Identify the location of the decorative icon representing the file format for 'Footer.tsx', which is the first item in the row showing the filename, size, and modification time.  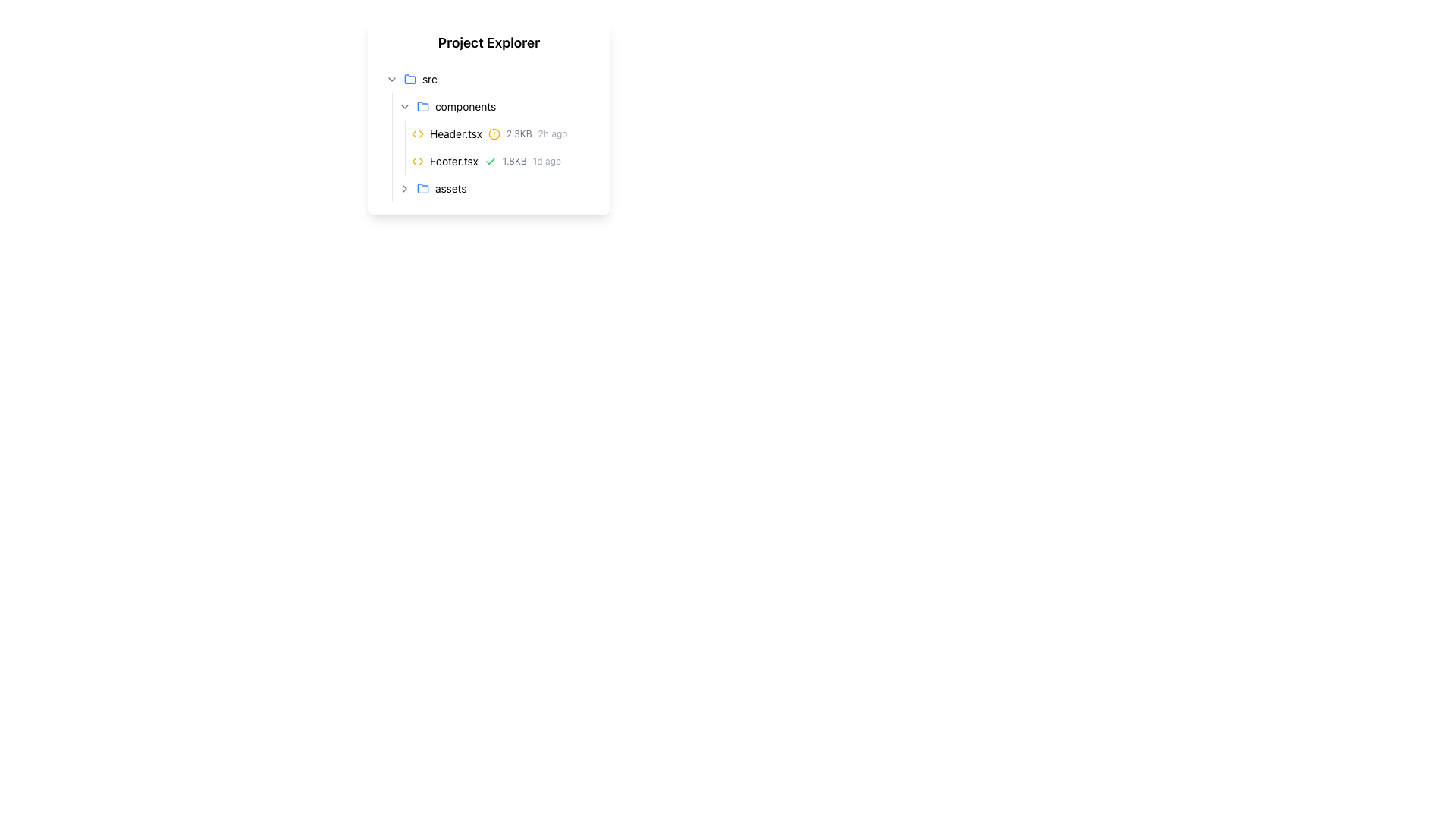
(418, 161).